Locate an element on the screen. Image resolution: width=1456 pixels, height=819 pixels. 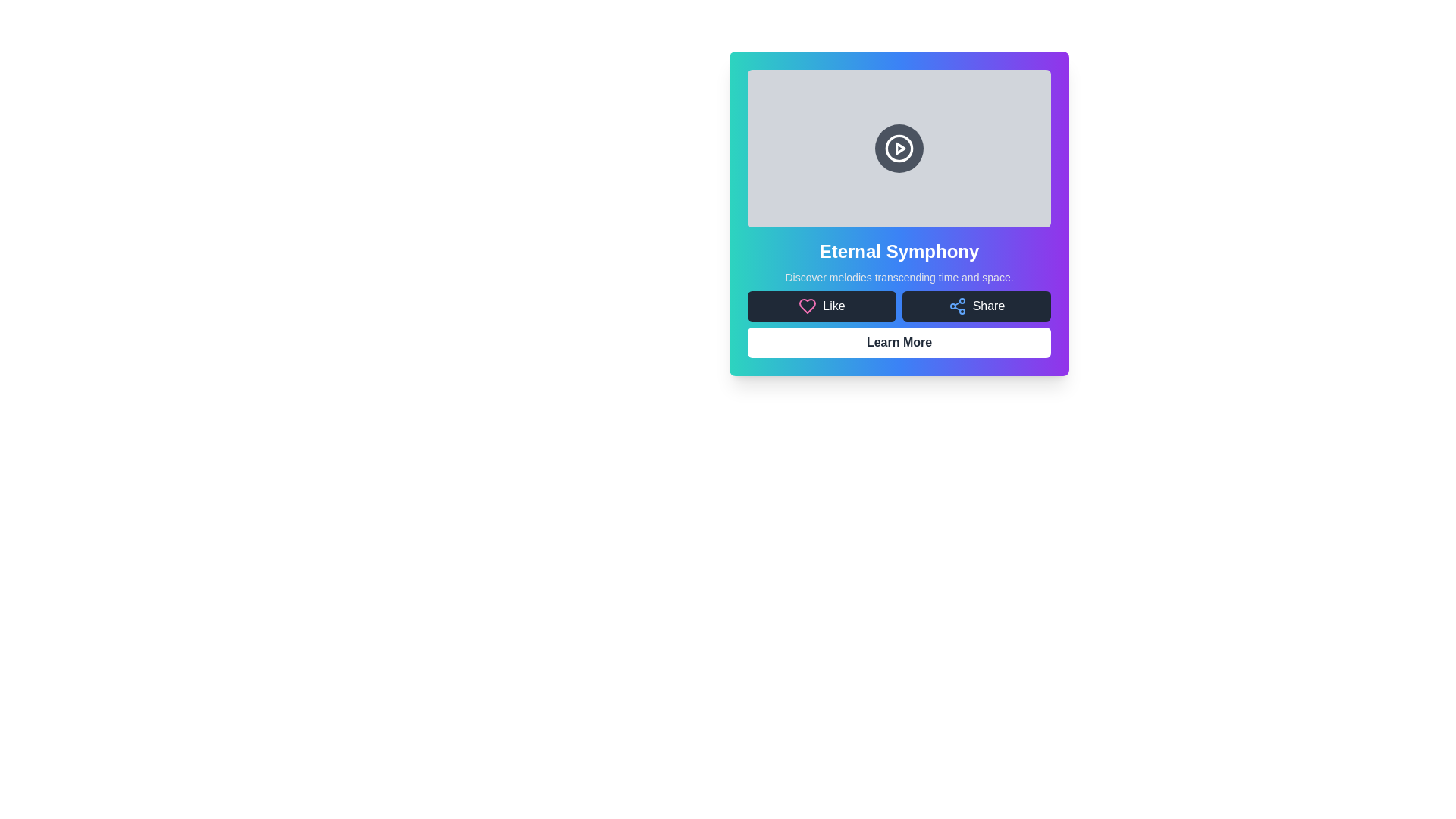
the 'Share' button which has a dark background, rounded corners, a blue share icon, and white text, located beneath the 'Eternal Symphony' section is located at coordinates (976, 306).